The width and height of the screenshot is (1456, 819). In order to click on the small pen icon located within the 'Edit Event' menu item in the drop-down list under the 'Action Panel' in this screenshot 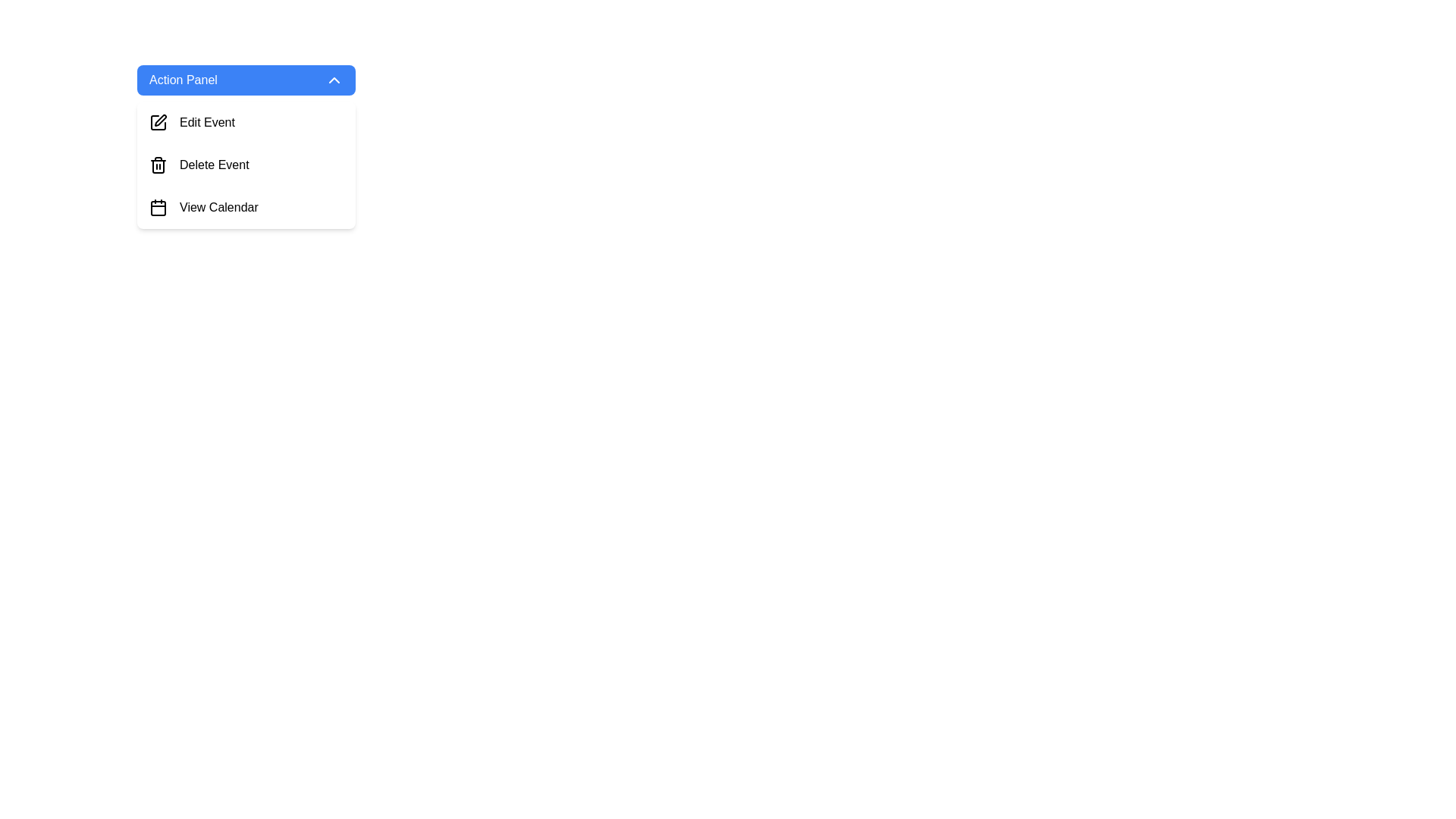, I will do `click(158, 122)`.